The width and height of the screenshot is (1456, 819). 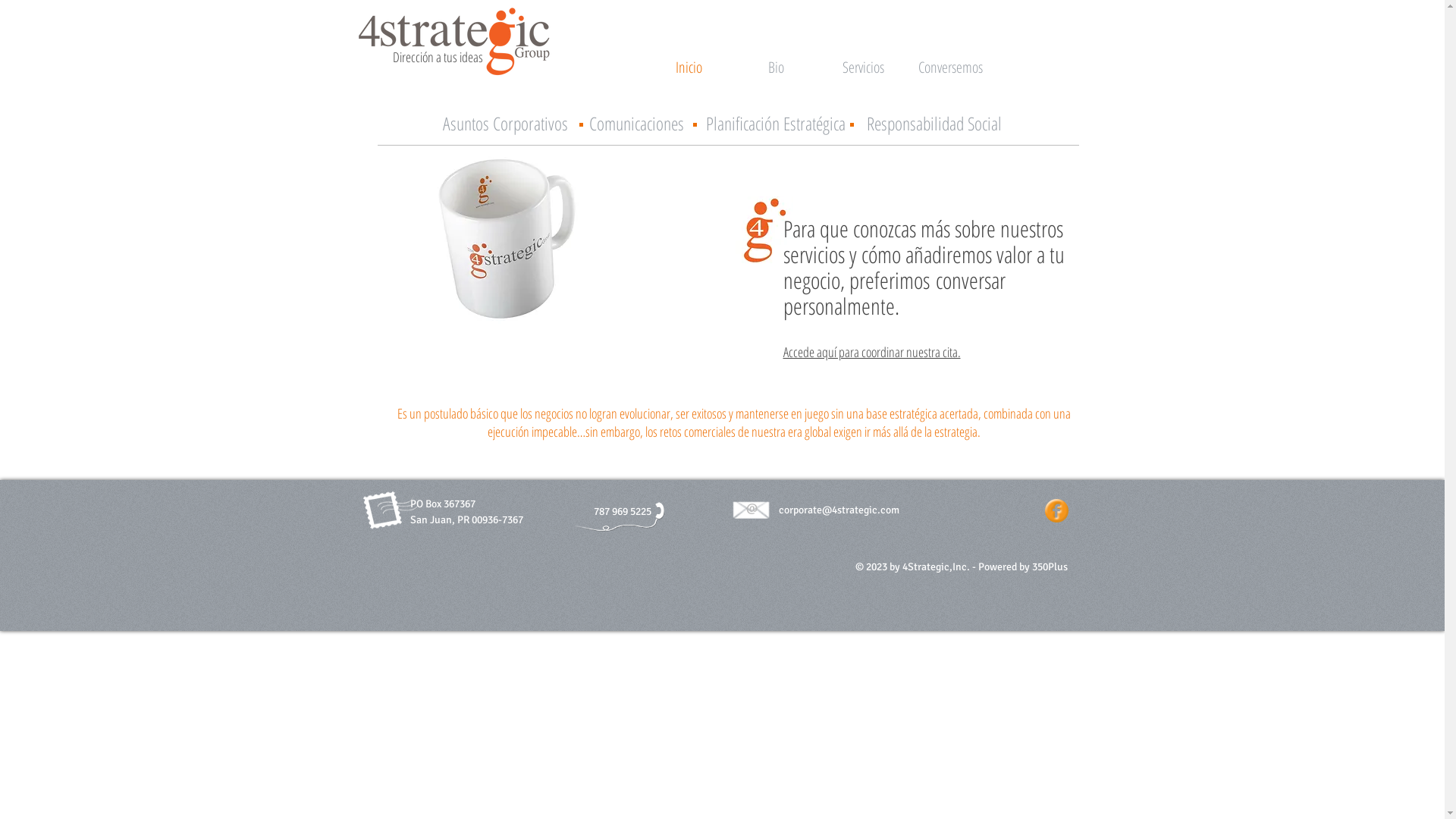 I want to click on 'Inicio', so click(x=687, y=66).